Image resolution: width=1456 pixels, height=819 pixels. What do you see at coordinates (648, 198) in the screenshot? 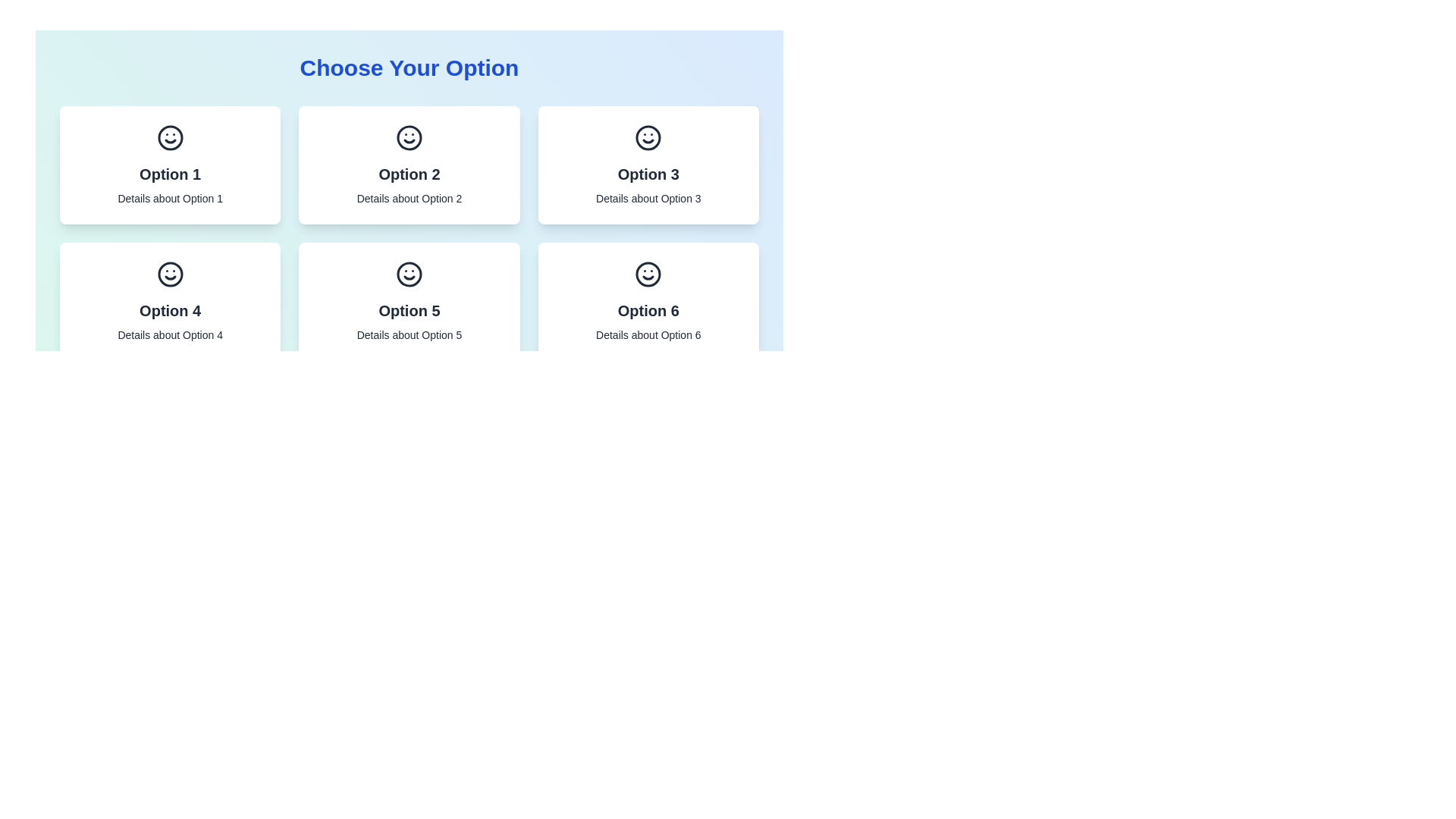
I see `the non-interactive text label providing descriptive information about 'Option 3', located below the title within the Option 3 card in the grid layout` at bounding box center [648, 198].